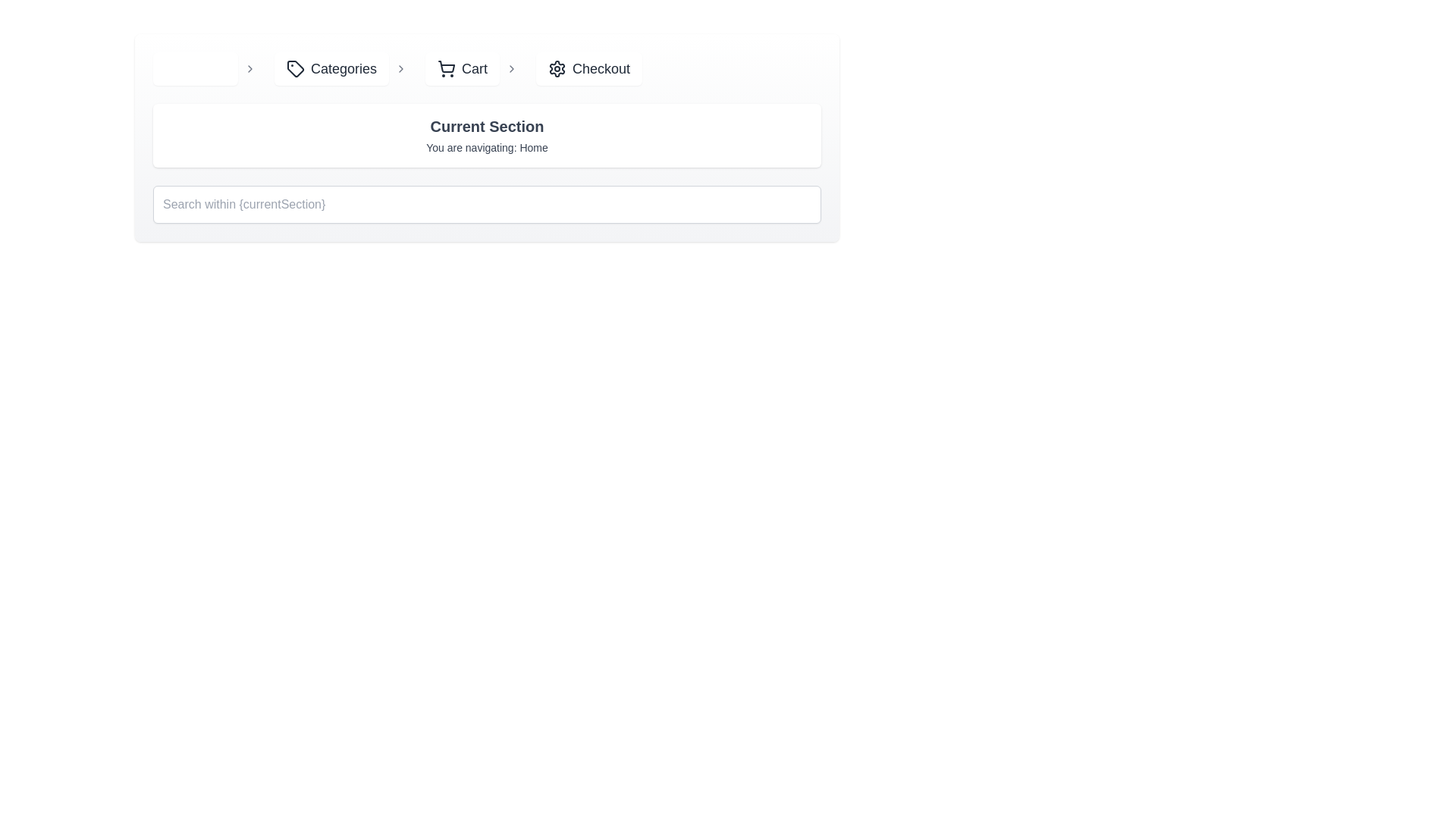  What do you see at coordinates (295, 69) in the screenshot?
I see `the 'Categories' icon located at the far-left side of the 'Categories' button in the top horizontal navigation bar` at bounding box center [295, 69].